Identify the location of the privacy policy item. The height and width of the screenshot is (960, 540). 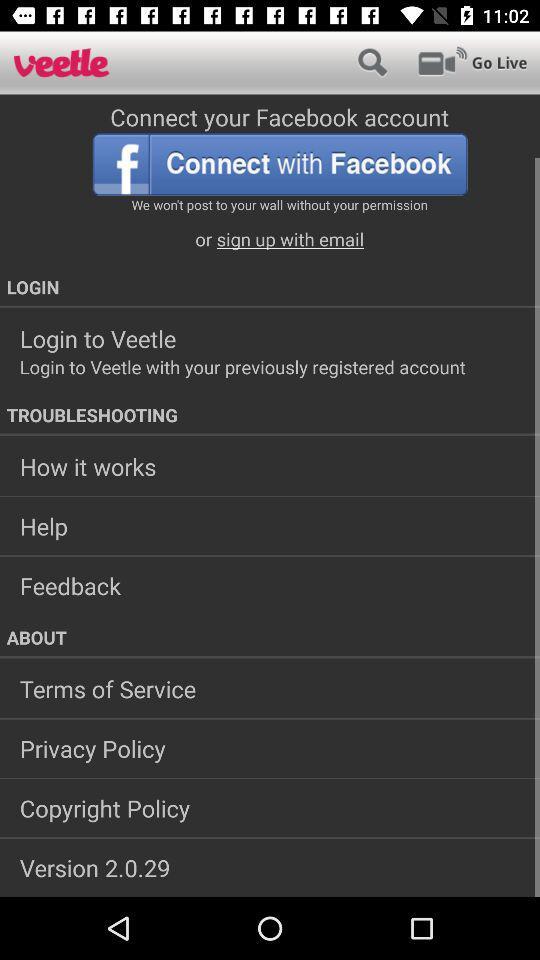
(270, 747).